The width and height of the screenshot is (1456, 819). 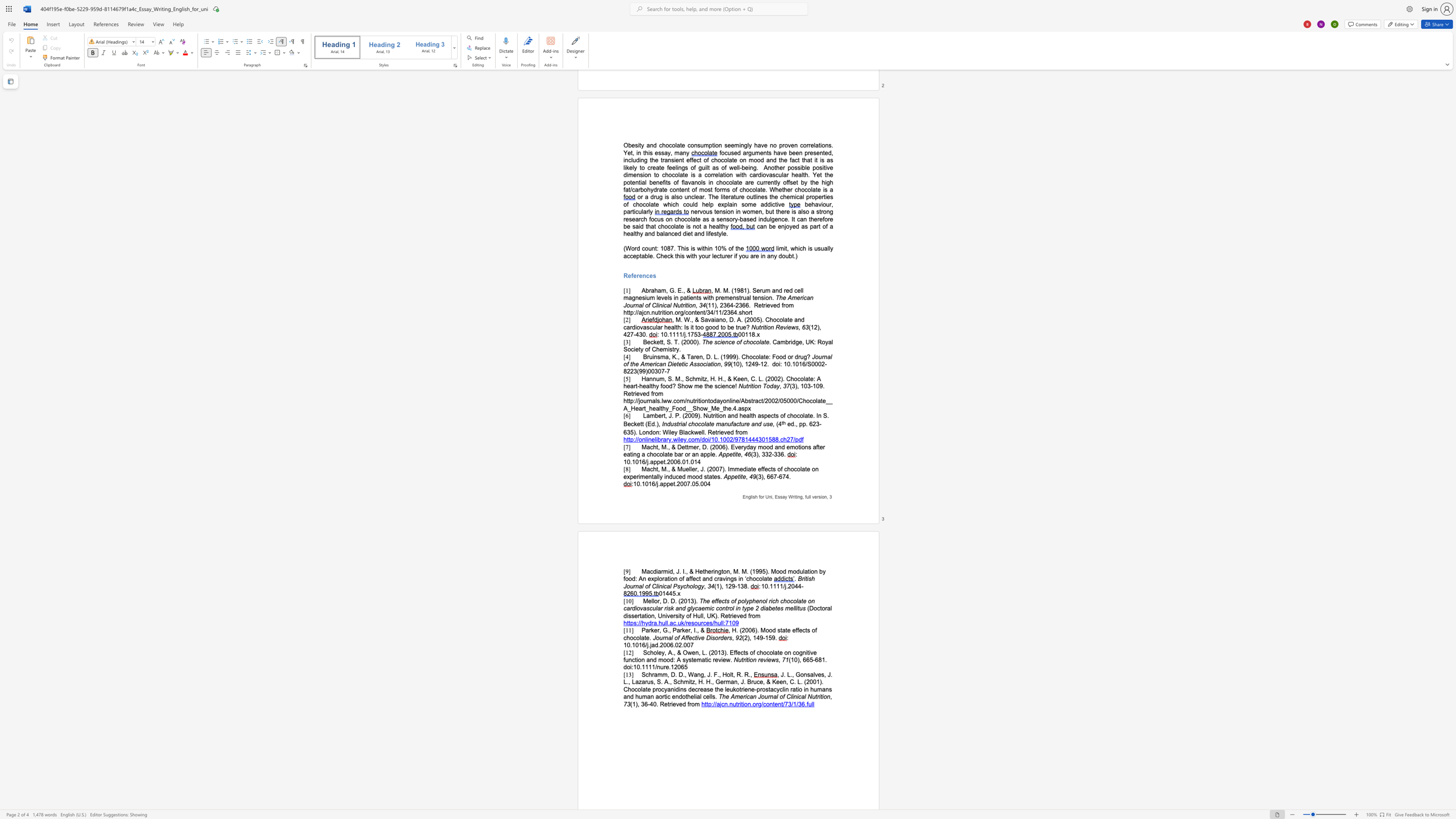 I want to click on the subset text "iversity of Hull, UK). Ret" within the text "(Doctoral dissertation, University of Hull, UK). Retrieved from", so click(x=665, y=615).